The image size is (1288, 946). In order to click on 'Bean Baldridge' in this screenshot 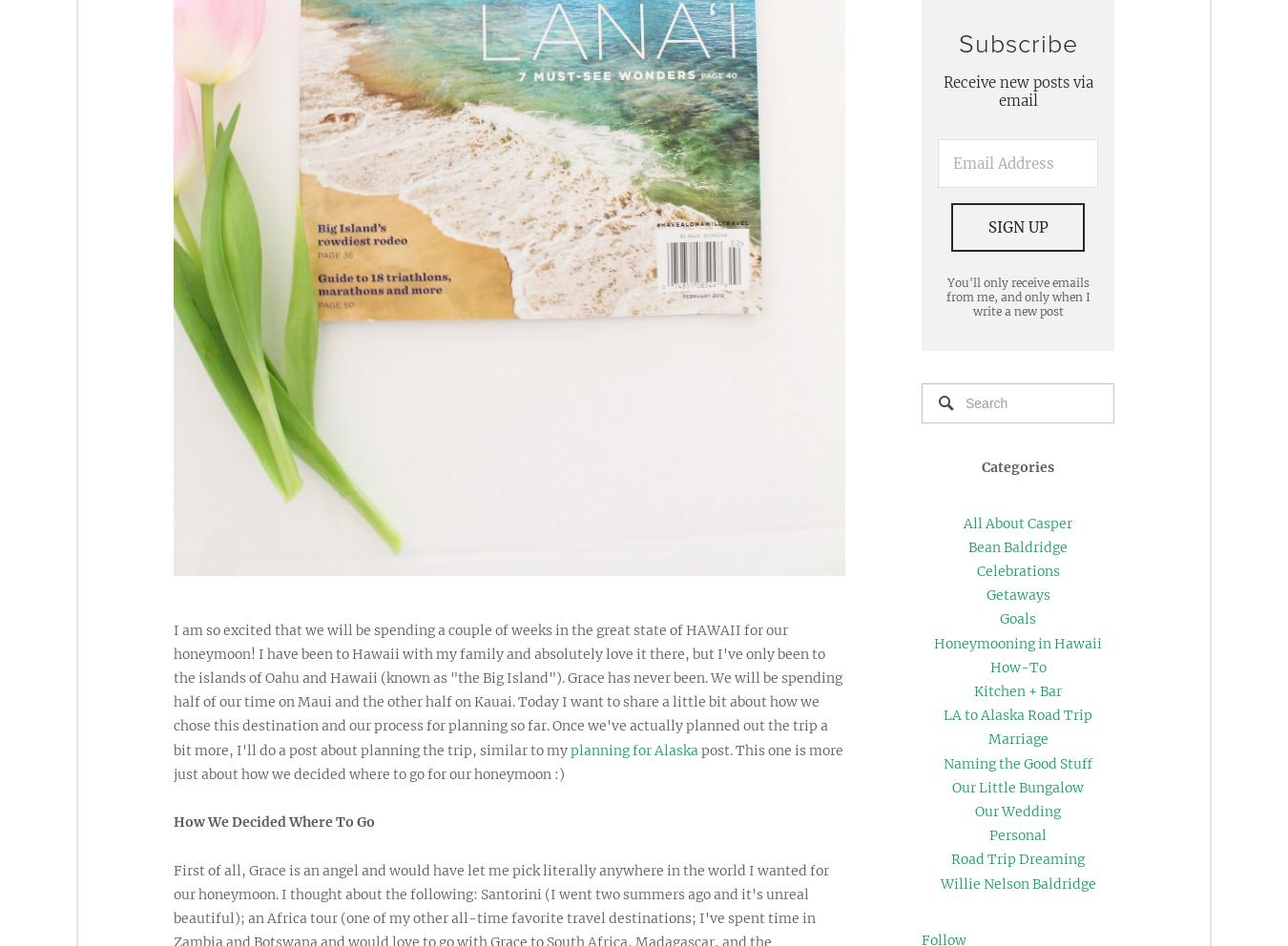, I will do `click(968, 545)`.